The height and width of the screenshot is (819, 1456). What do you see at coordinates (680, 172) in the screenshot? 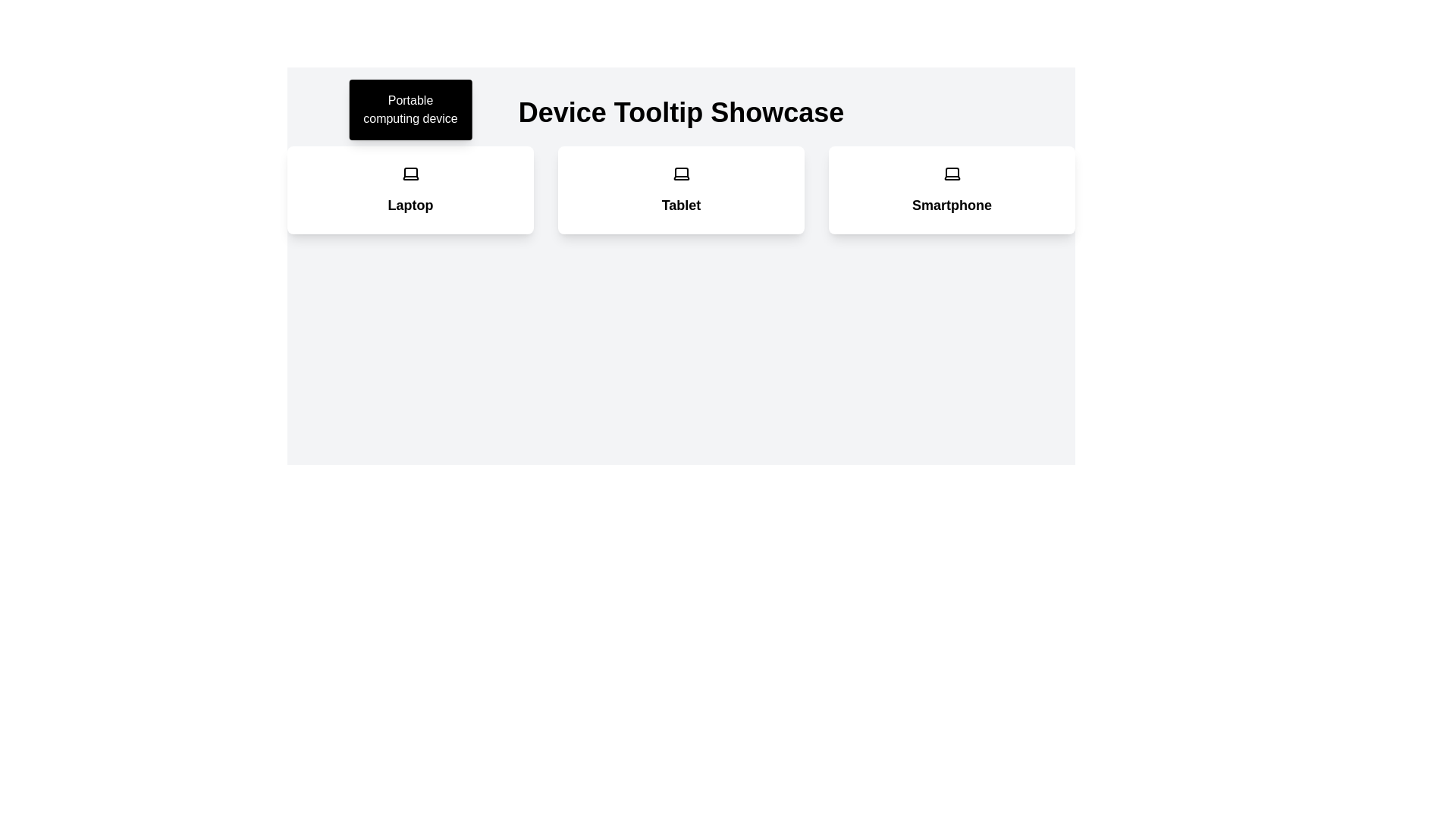
I see `the laptop icon, which is a minimalistic line art styled element located in the central button of a three-button group, positioned above the 'Tablet' label` at bounding box center [680, 172].